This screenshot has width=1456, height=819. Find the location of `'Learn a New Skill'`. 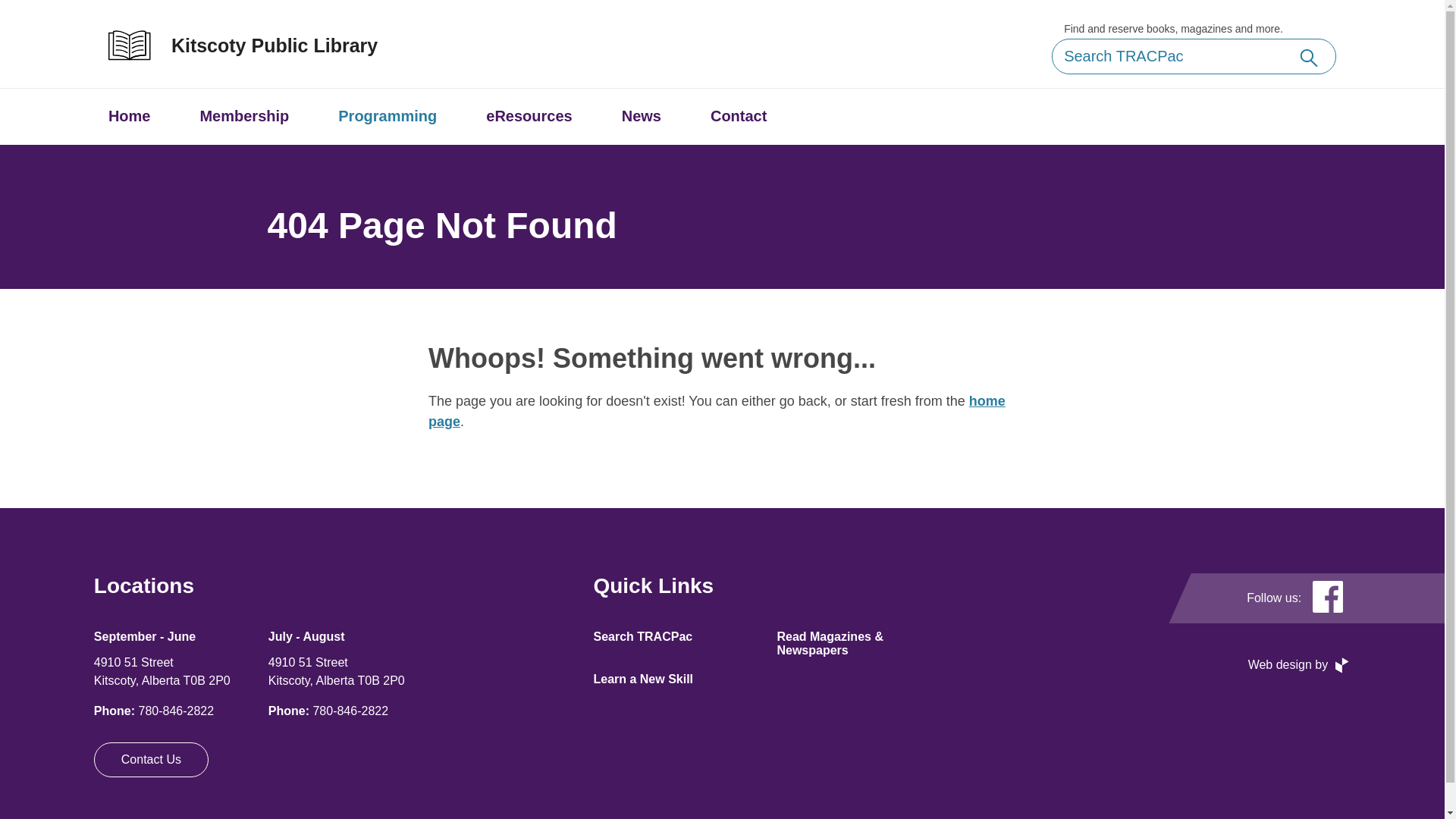

'Learn a New Skill' is located at coordinates (643, 678).